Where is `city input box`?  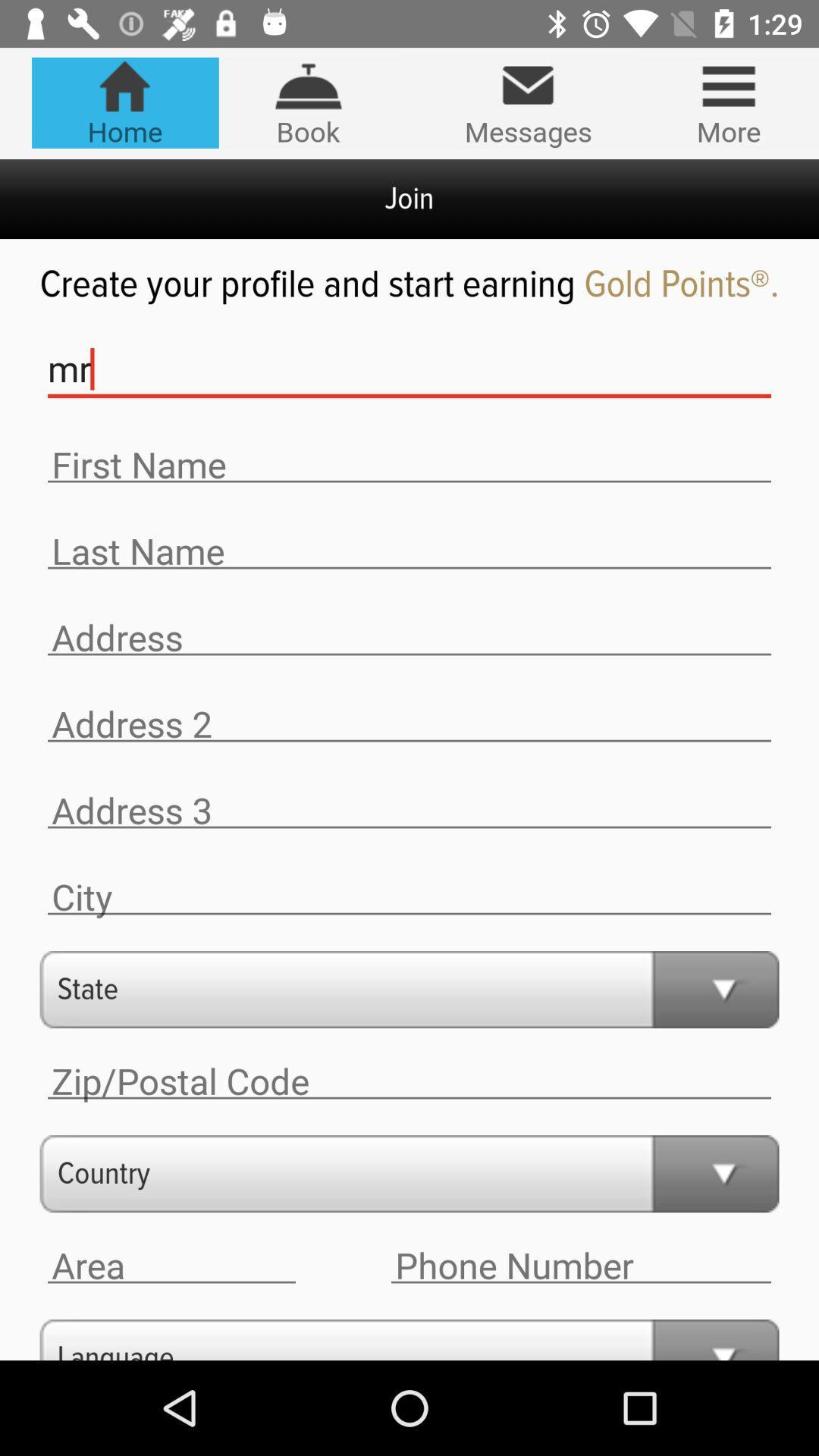
city input box is located at coordinates (409, 897).